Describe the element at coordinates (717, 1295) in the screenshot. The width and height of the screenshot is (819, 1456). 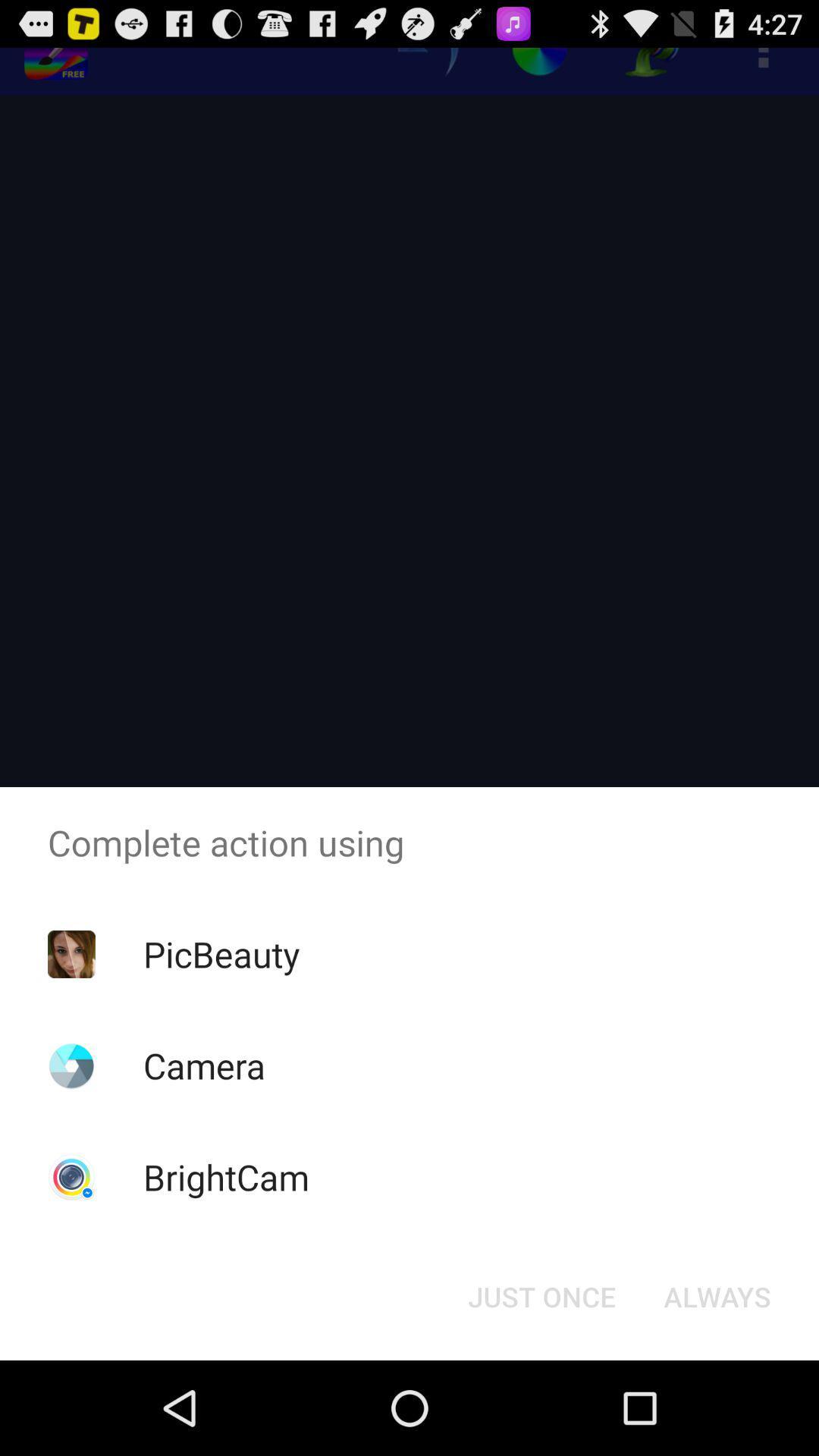
I see `icon to the right of just once` at that location.